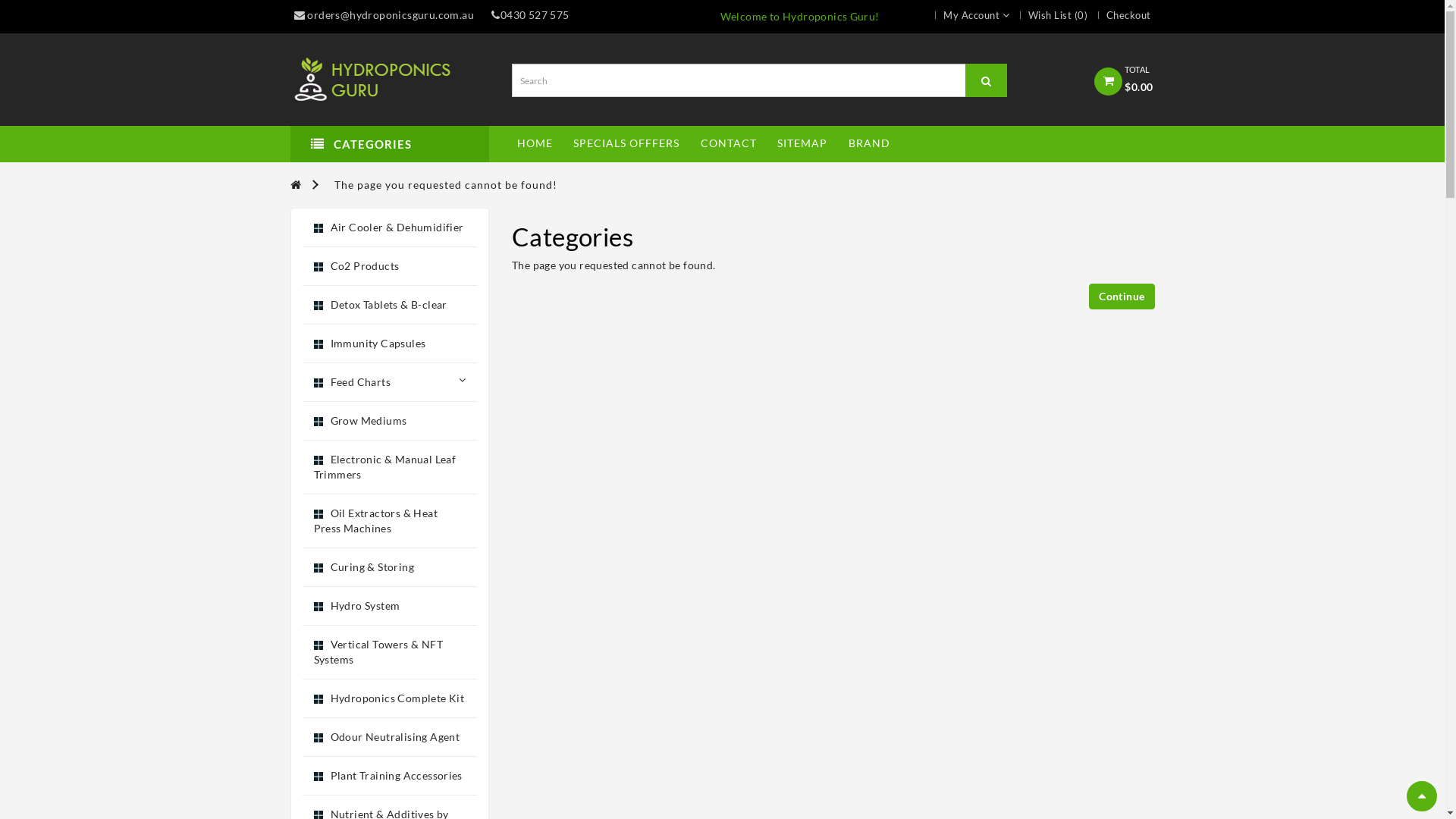 The width and height of the screenshot is (1456, 819). Describe the element at coordinates (389, 227) in the screenshot. I see `'Air Cooler & Dehumidifier'` at that location.